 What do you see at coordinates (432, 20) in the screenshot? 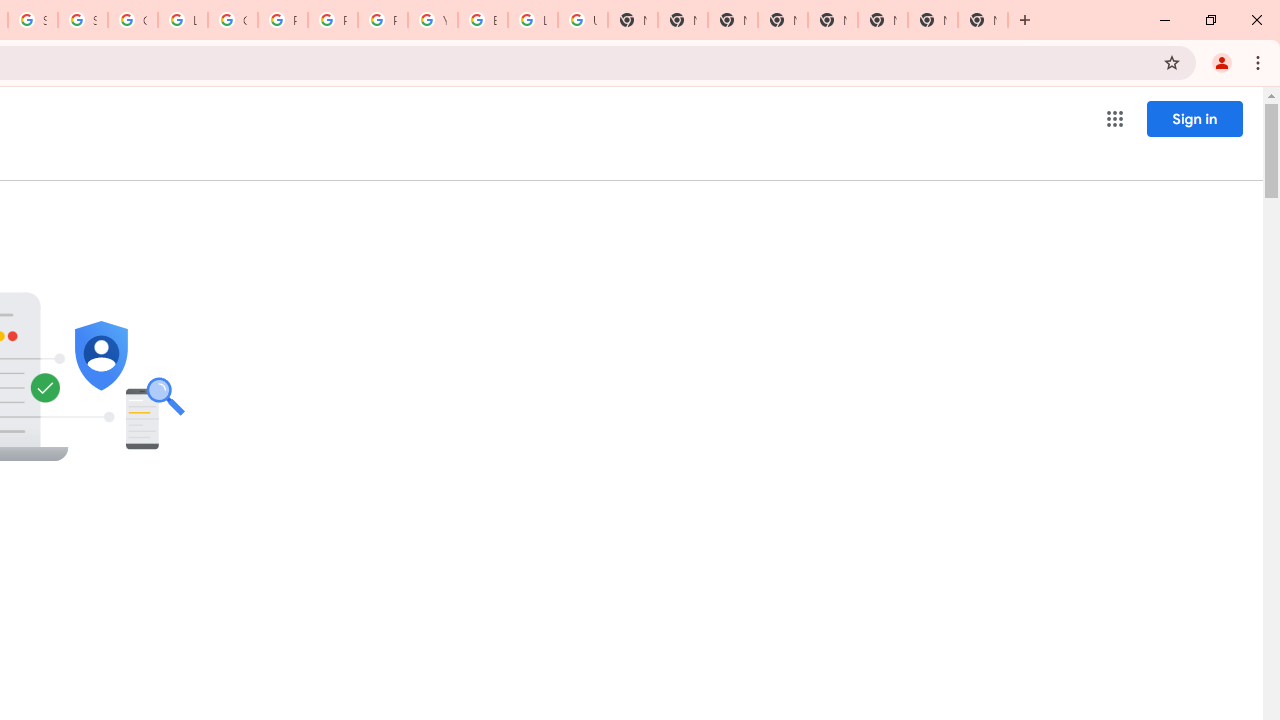
I see `'YouTube'` at bounding box center [432, 20].